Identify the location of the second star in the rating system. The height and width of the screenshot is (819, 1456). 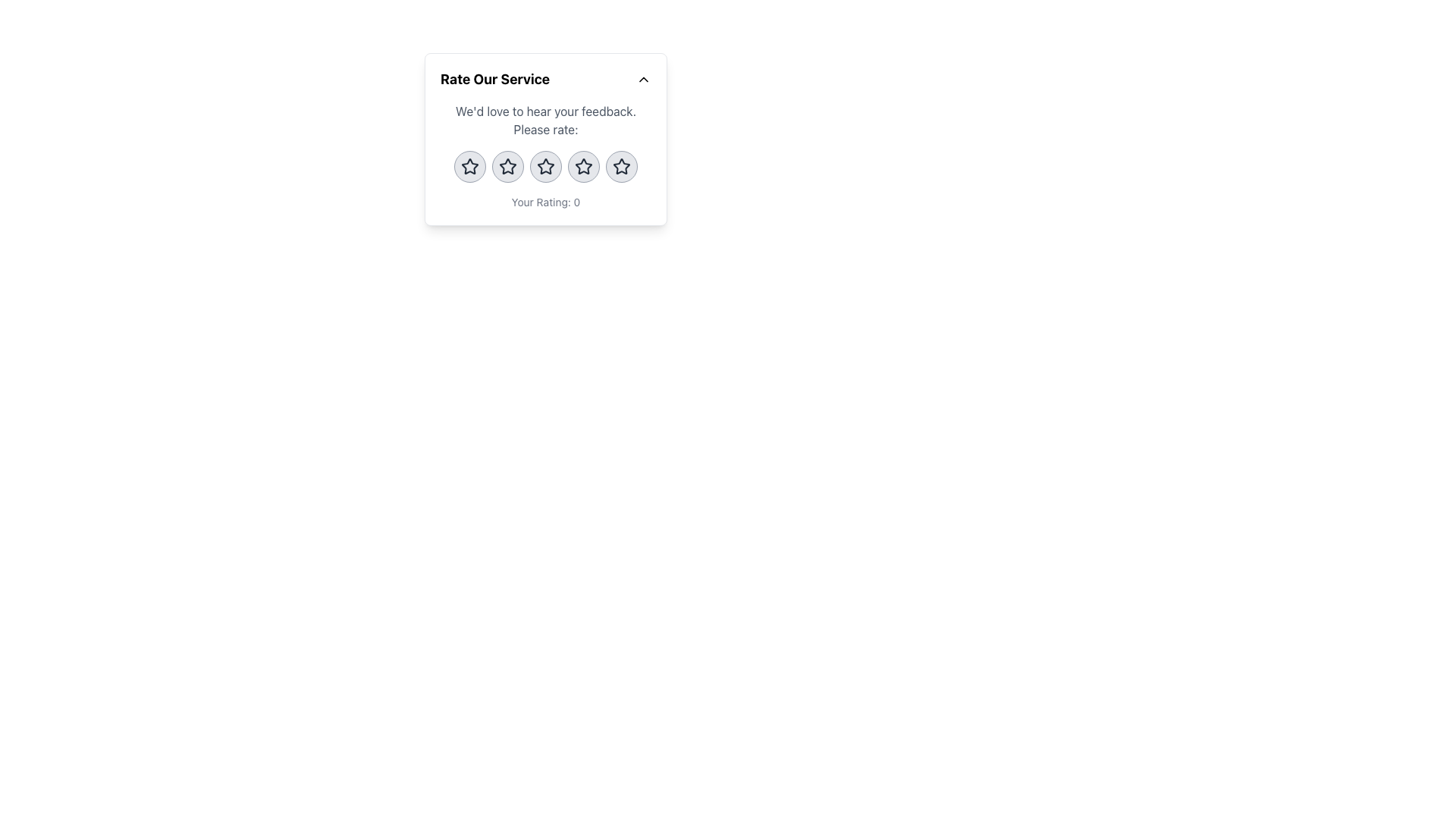
(508, 166).